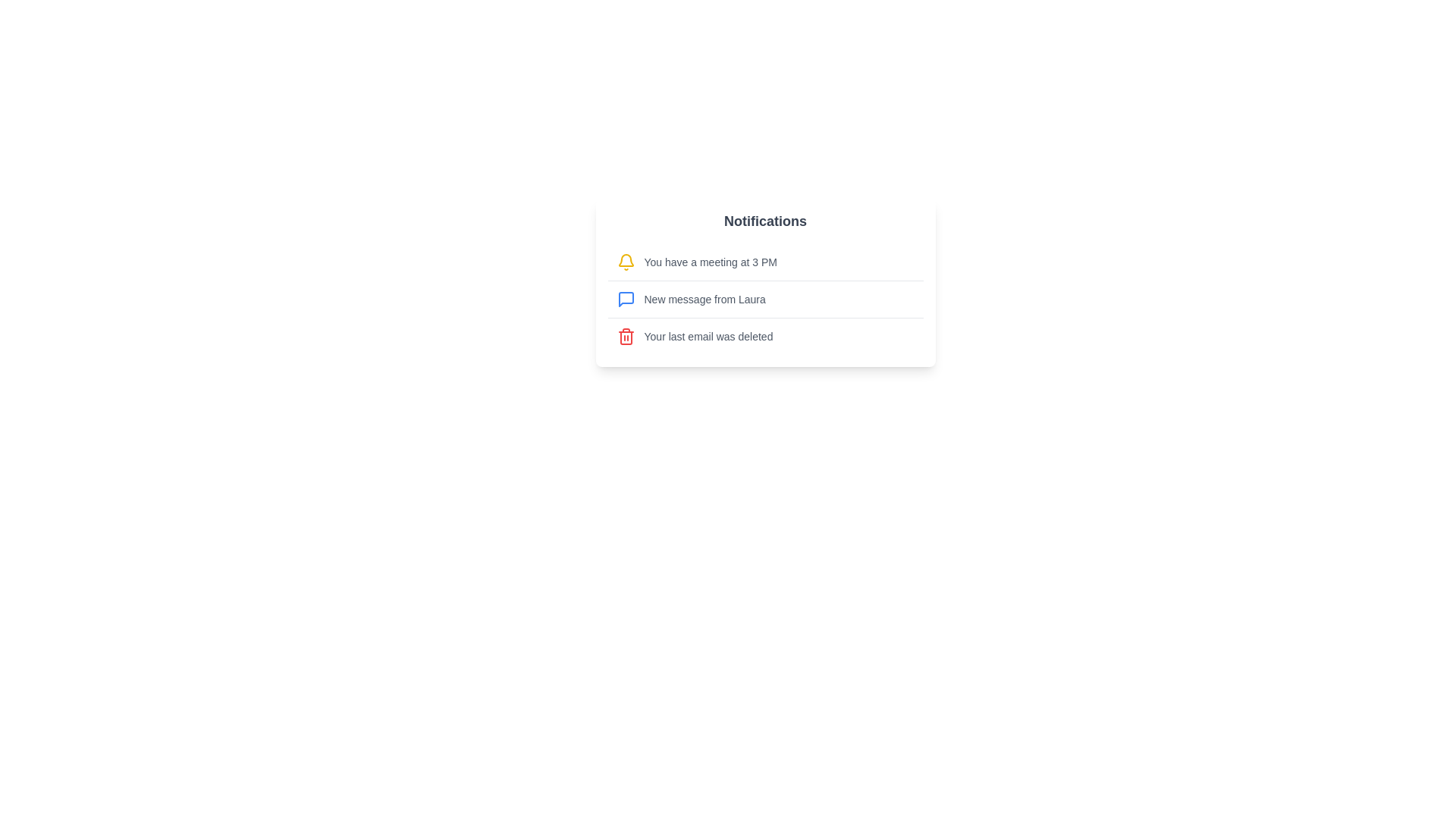 Image resolution: width=1456 pixels, height=819 pixels. I want to click on the first notification message indicating a scheduled meeting at 3 PM, which is positioned to the right of the bell icon and above the other notifications, so click(710, 262).